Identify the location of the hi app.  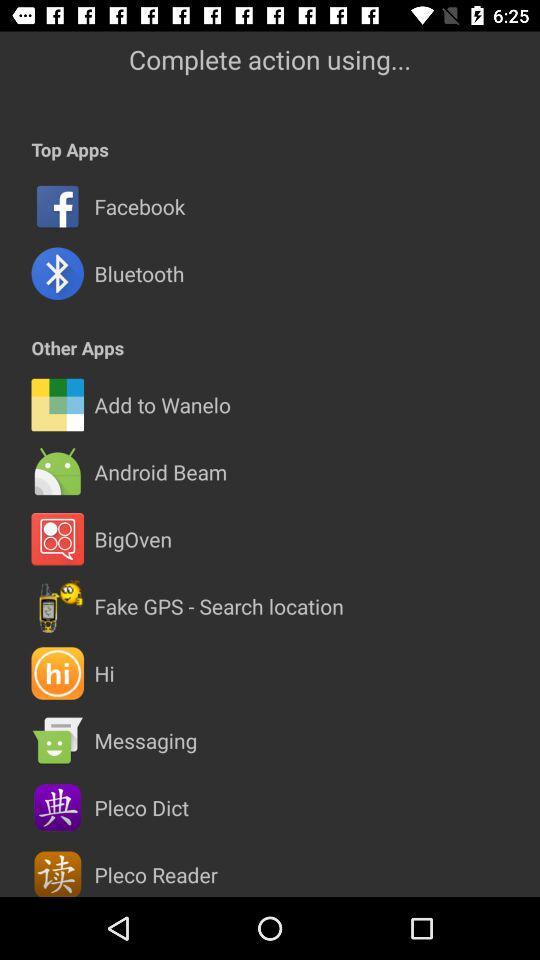
(104, 673).